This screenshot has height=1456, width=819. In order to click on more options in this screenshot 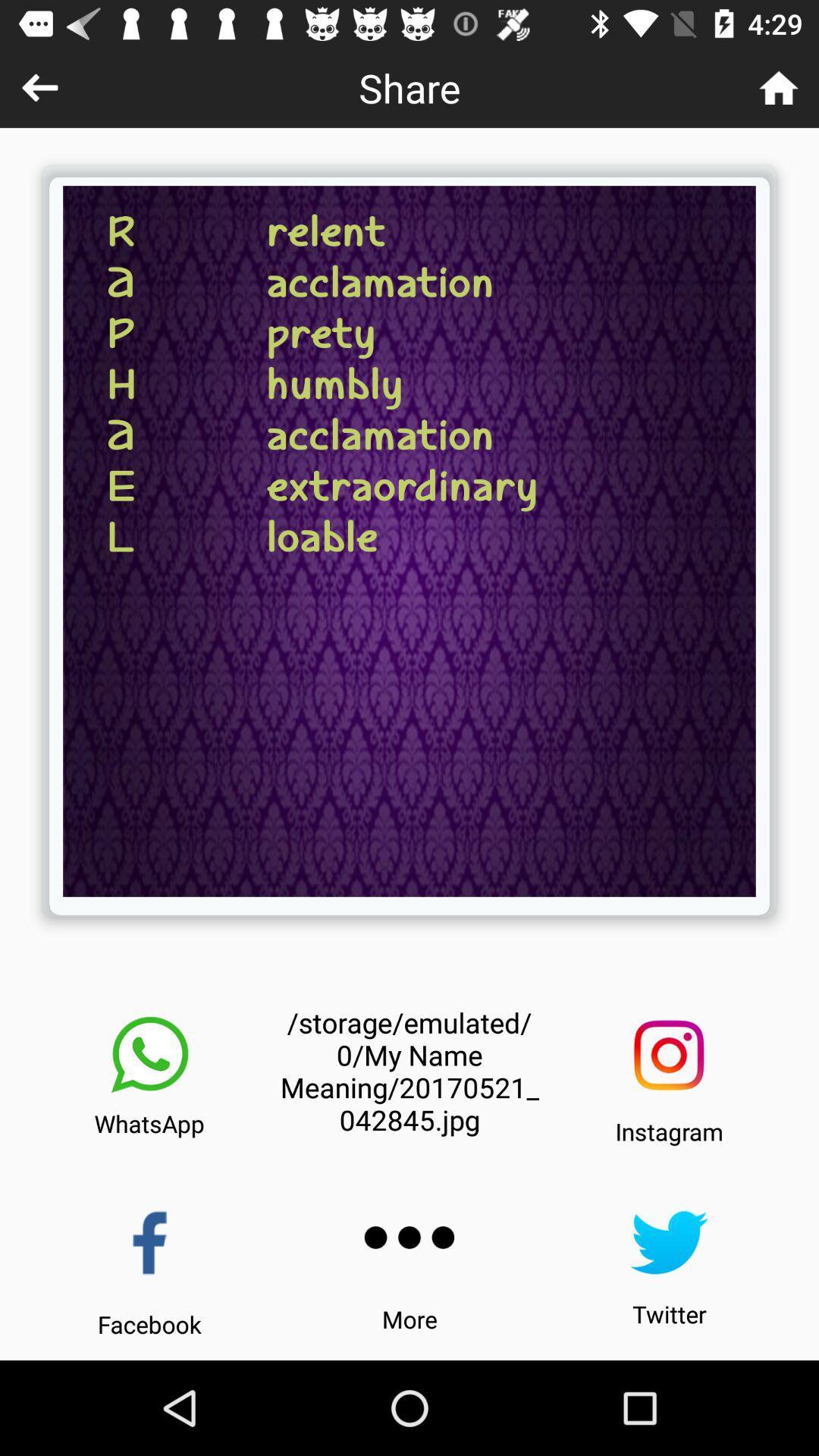, I will do `click(409, 1238)`.